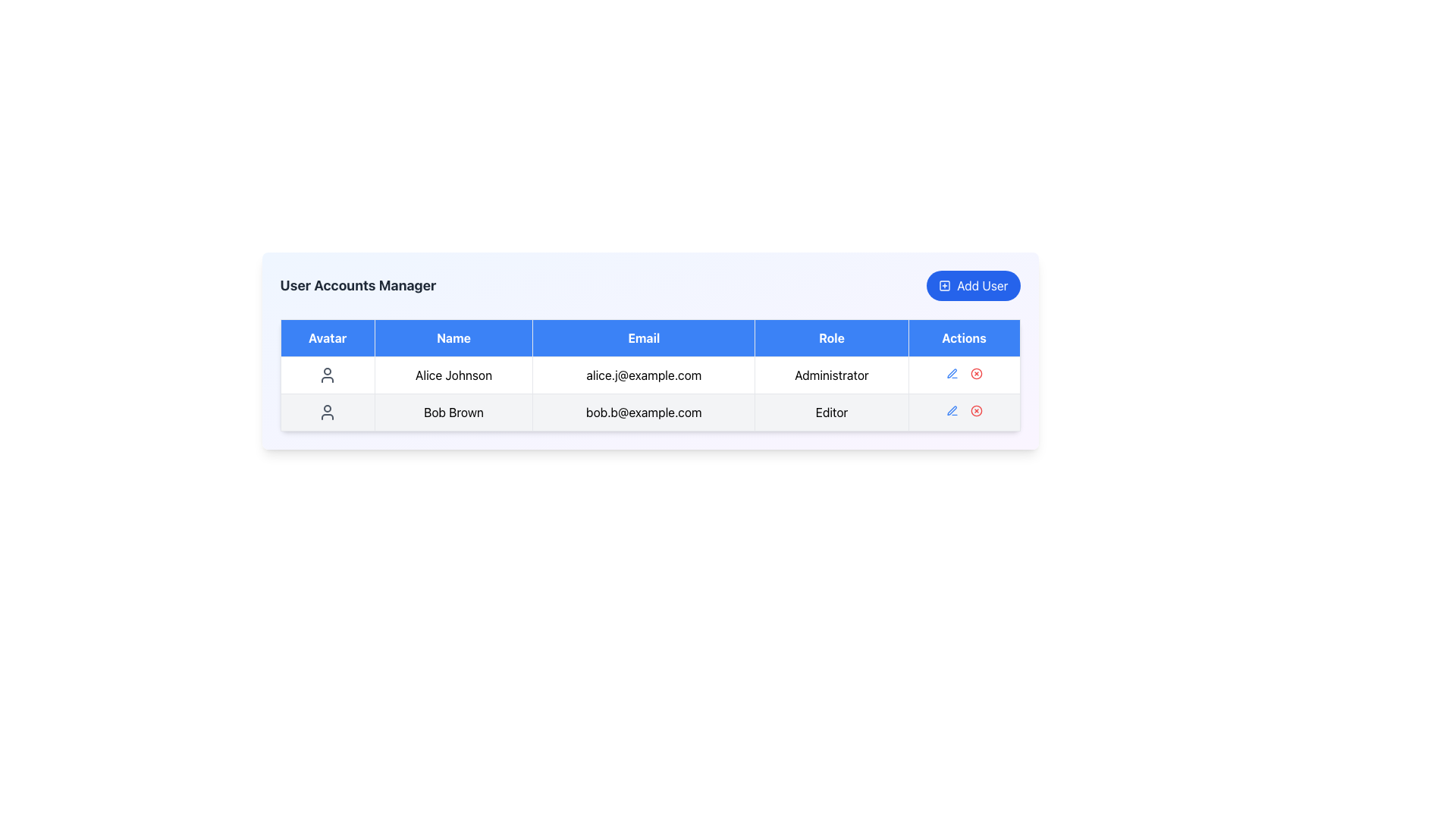  What do you see at coordinates (830, 412) in the screenshot?
I see `the static text label displaying 'Editor' in black font, located in the 'Role' column of the second row for user 'Bob Brown'` at bounding box center [830, 412].